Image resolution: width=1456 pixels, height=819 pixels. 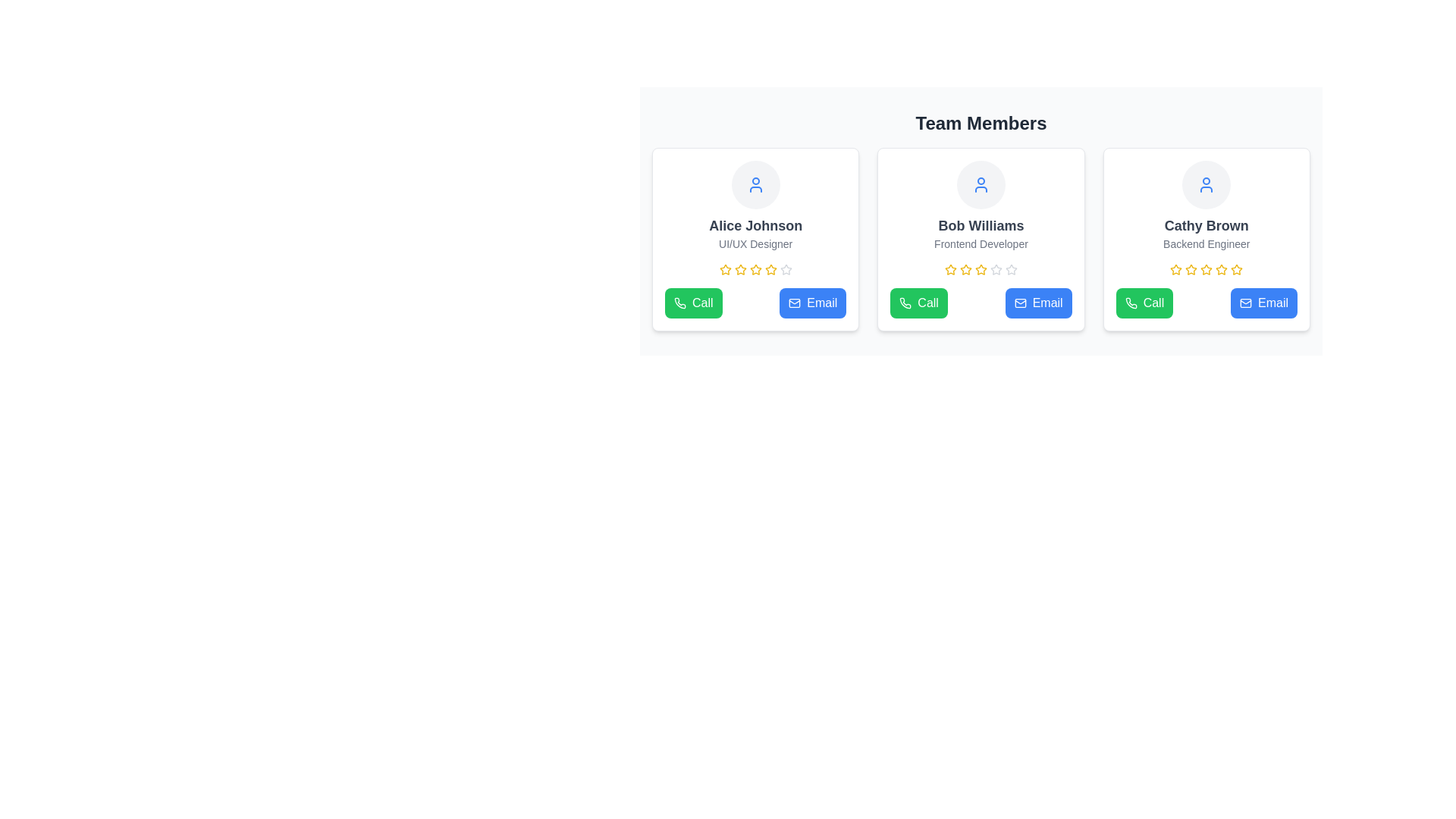 I want to click on the 'Email' button which is represented by an envelope icon and is, so click(x=1020, y=303).